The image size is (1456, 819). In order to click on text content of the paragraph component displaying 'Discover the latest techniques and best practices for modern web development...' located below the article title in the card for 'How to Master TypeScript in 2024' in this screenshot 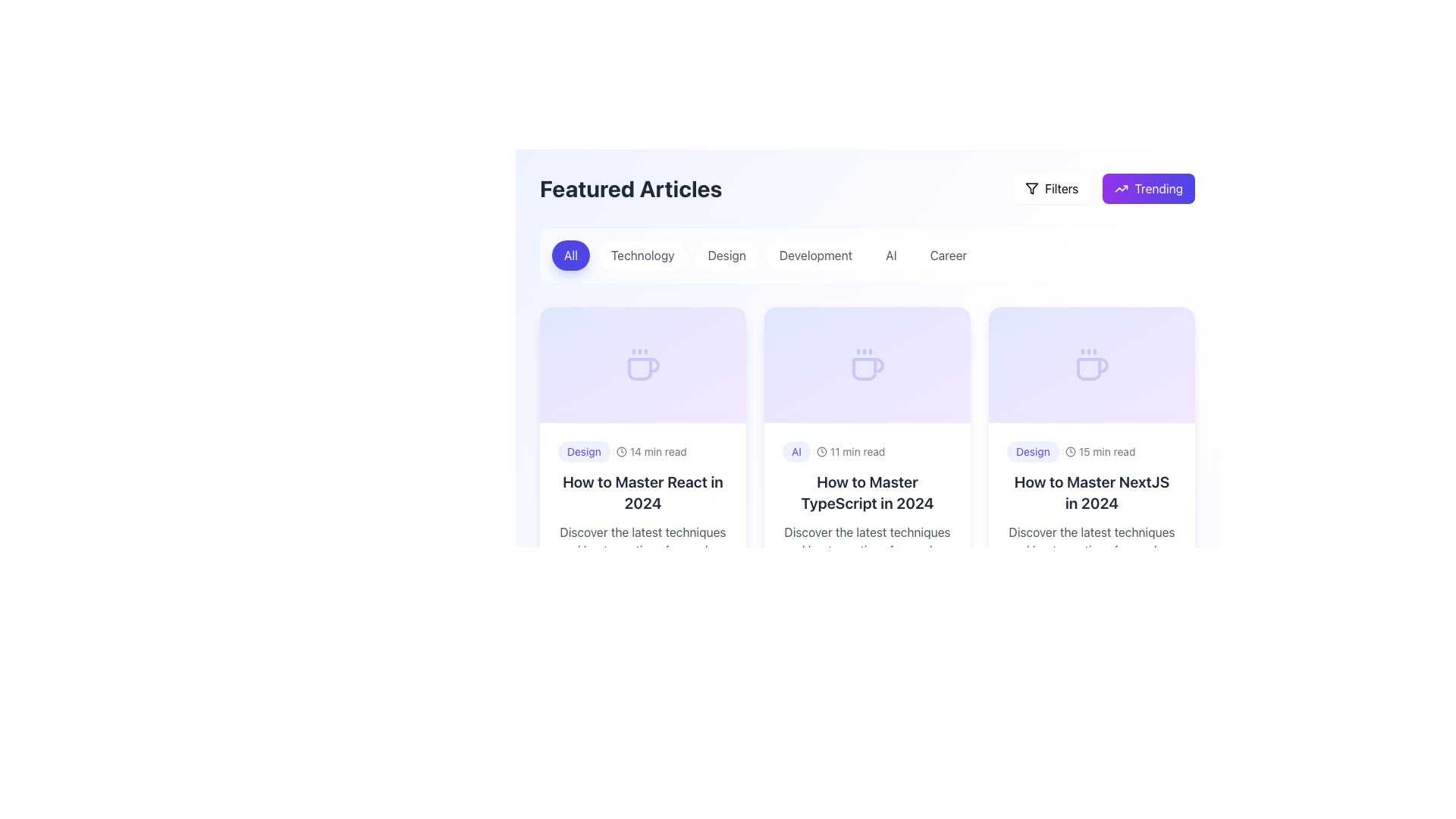, I will do `click(867, 540)`.